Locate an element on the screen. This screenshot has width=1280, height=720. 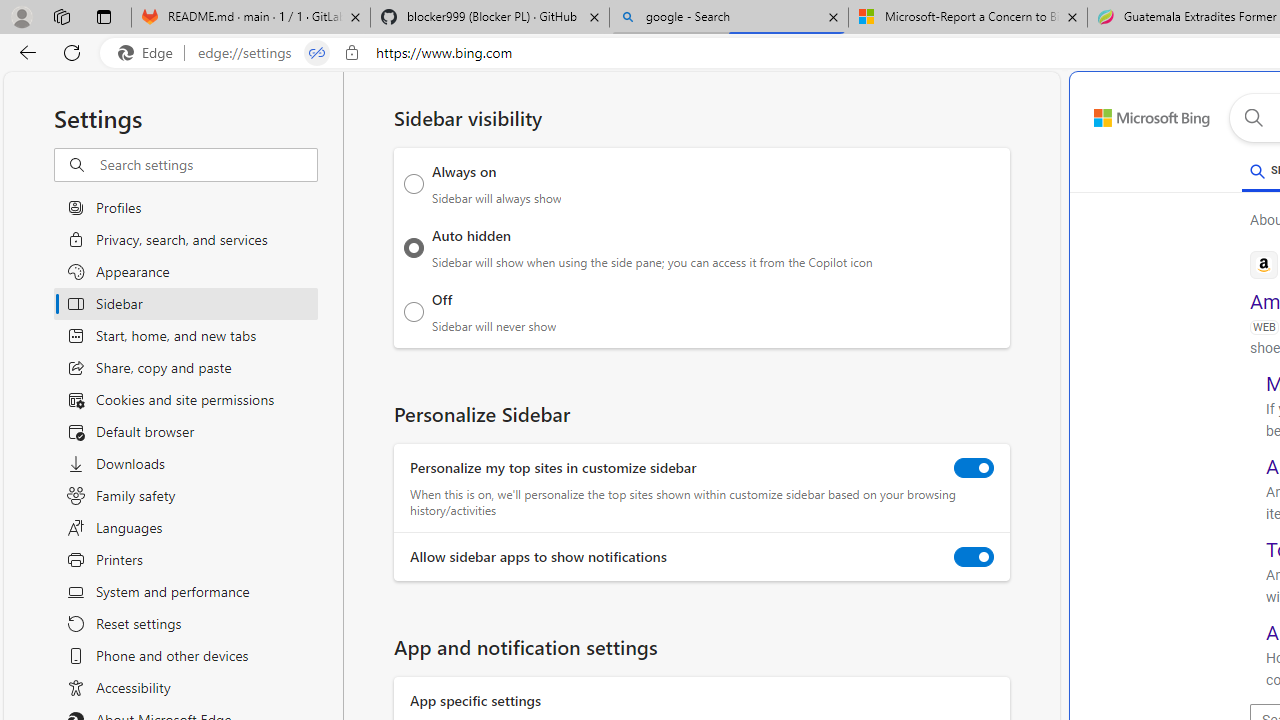
'Edge' is located at coordinates (149, 52).